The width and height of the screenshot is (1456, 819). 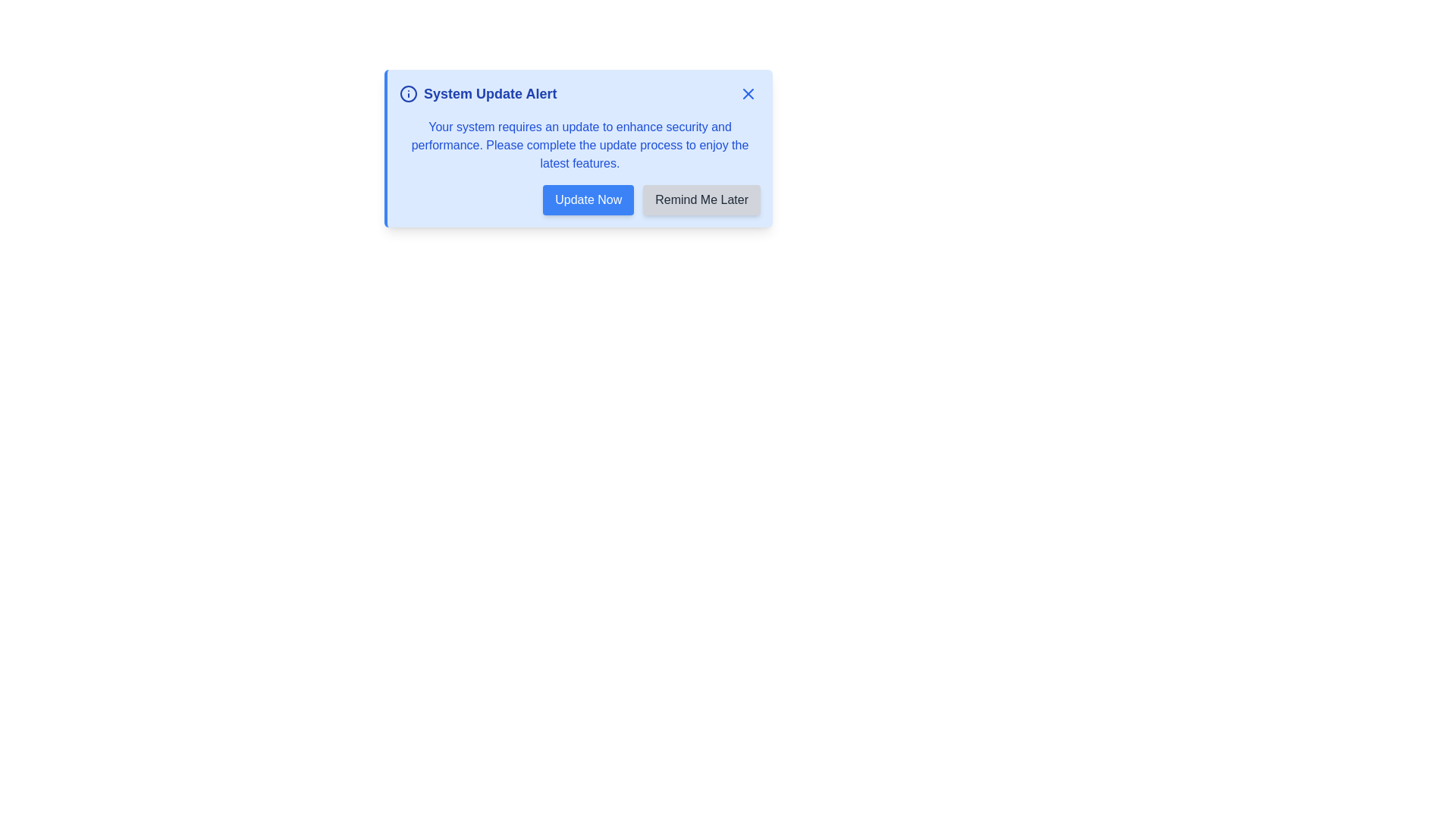 I want to click on the close button of the alert dialog, so click(x=748, y=93).